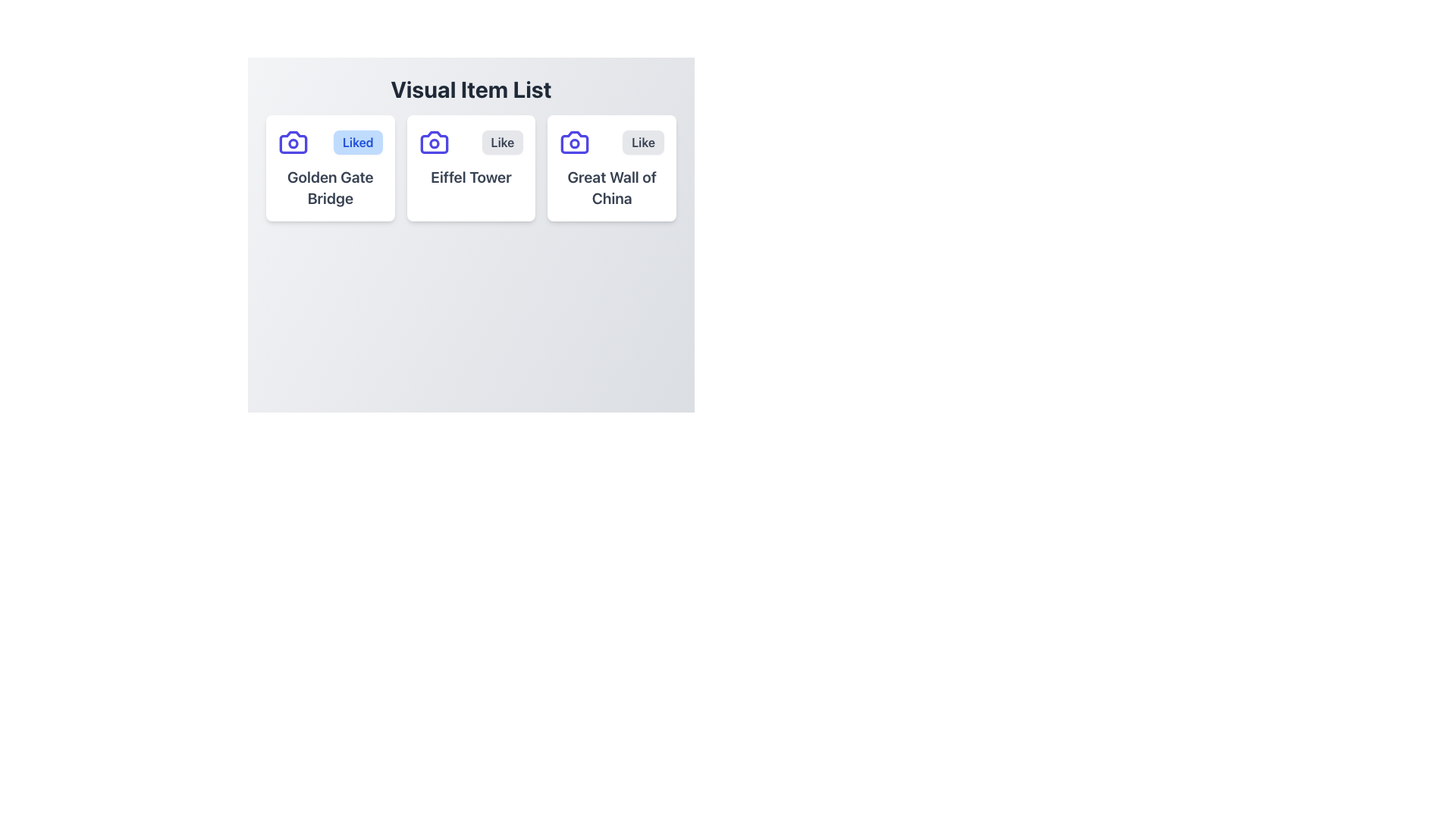 The width and height of the screenshot is (1456, 819). I want to click on the like button located at the top-right corner of the third item in the 'Visual Item List', which is to the right of the indigo camera icon and above the text 'Great Wall of China', so click(643, 143).